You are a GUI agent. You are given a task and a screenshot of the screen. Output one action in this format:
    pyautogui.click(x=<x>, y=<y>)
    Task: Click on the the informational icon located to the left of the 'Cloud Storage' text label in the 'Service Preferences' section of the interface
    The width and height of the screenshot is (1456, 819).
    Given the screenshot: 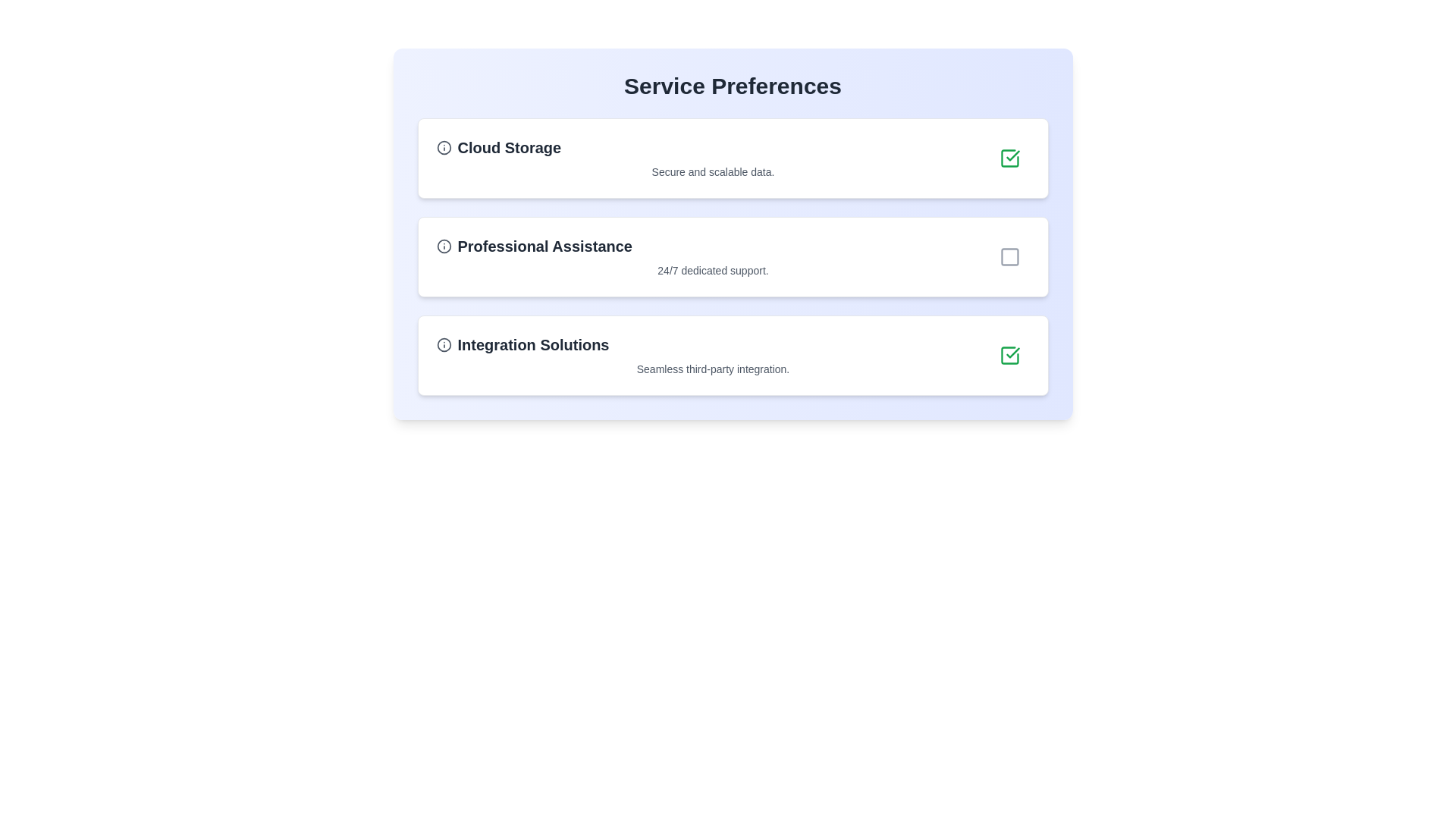 What is the action you would take?
    pyautogui.click(x=443, y=148)
    